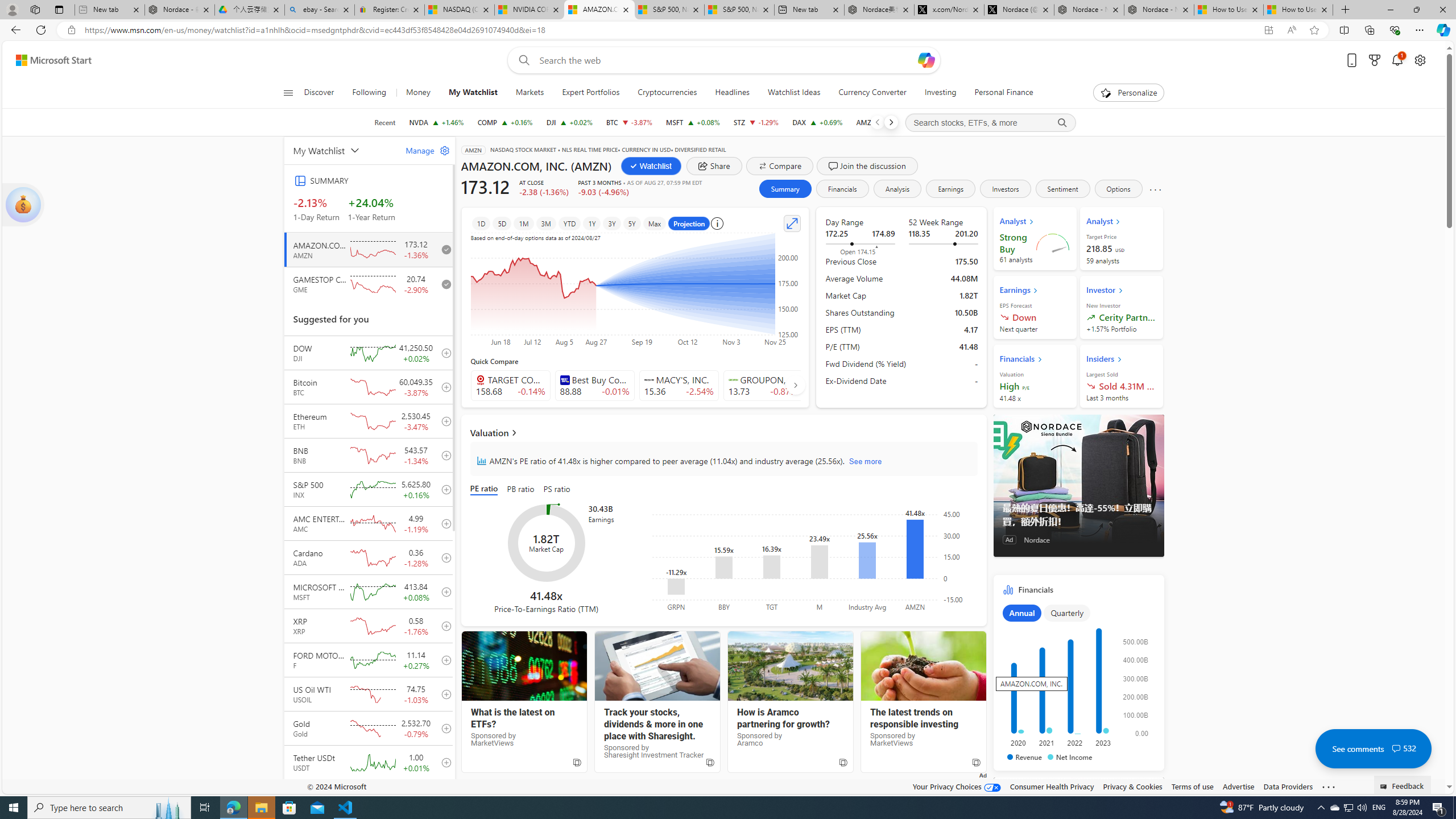 The width and height of the screenshot is (1456, 819). Describe the element at coordinates (1238, 786) in the screenshot. I see `'Advertise'` at that location.